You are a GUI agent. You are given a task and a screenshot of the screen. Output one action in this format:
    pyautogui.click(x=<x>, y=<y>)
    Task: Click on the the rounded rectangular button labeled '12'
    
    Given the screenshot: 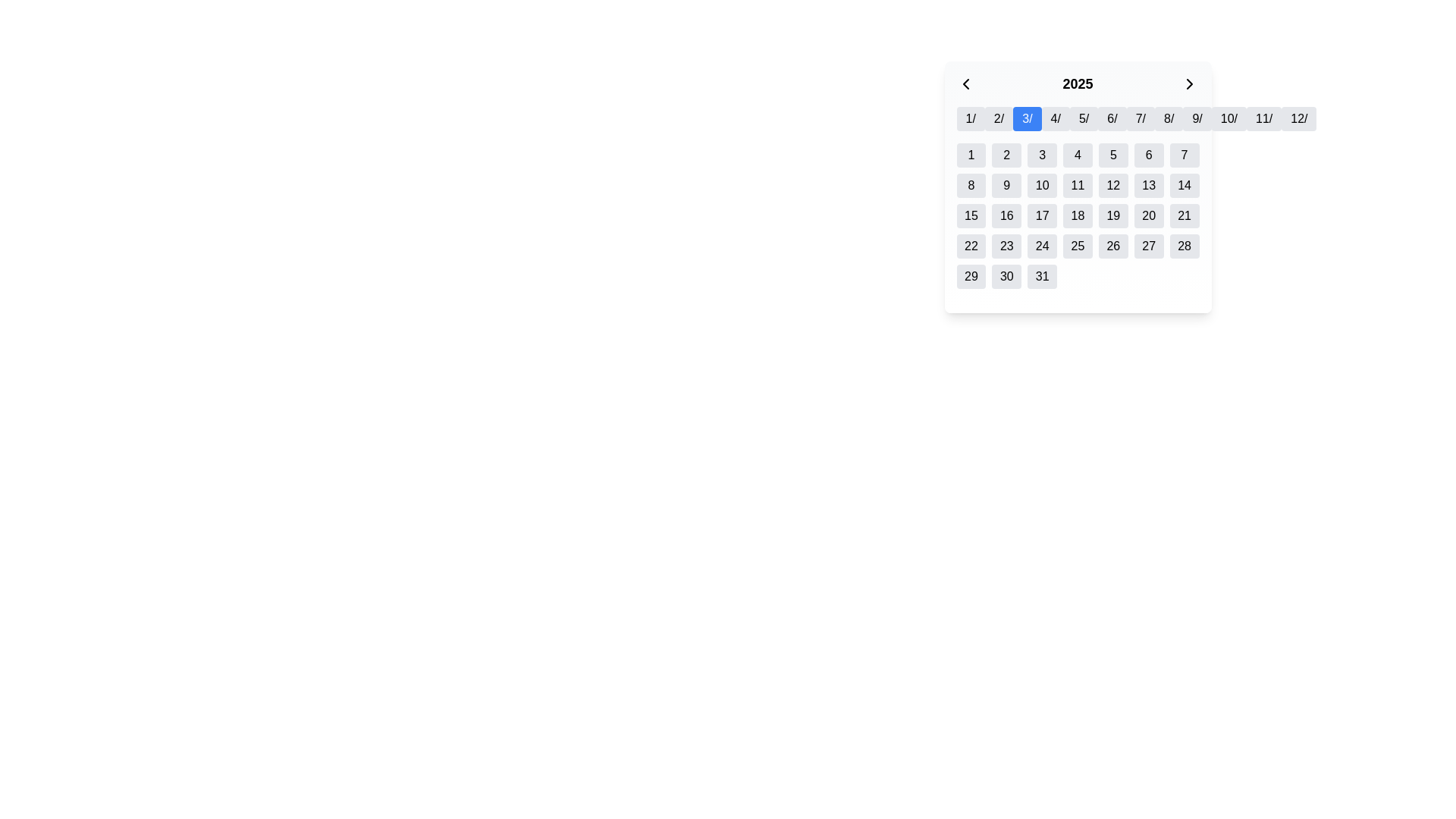 What is the action you would take?
    pyautogui.click(x=1113, y=185)
    